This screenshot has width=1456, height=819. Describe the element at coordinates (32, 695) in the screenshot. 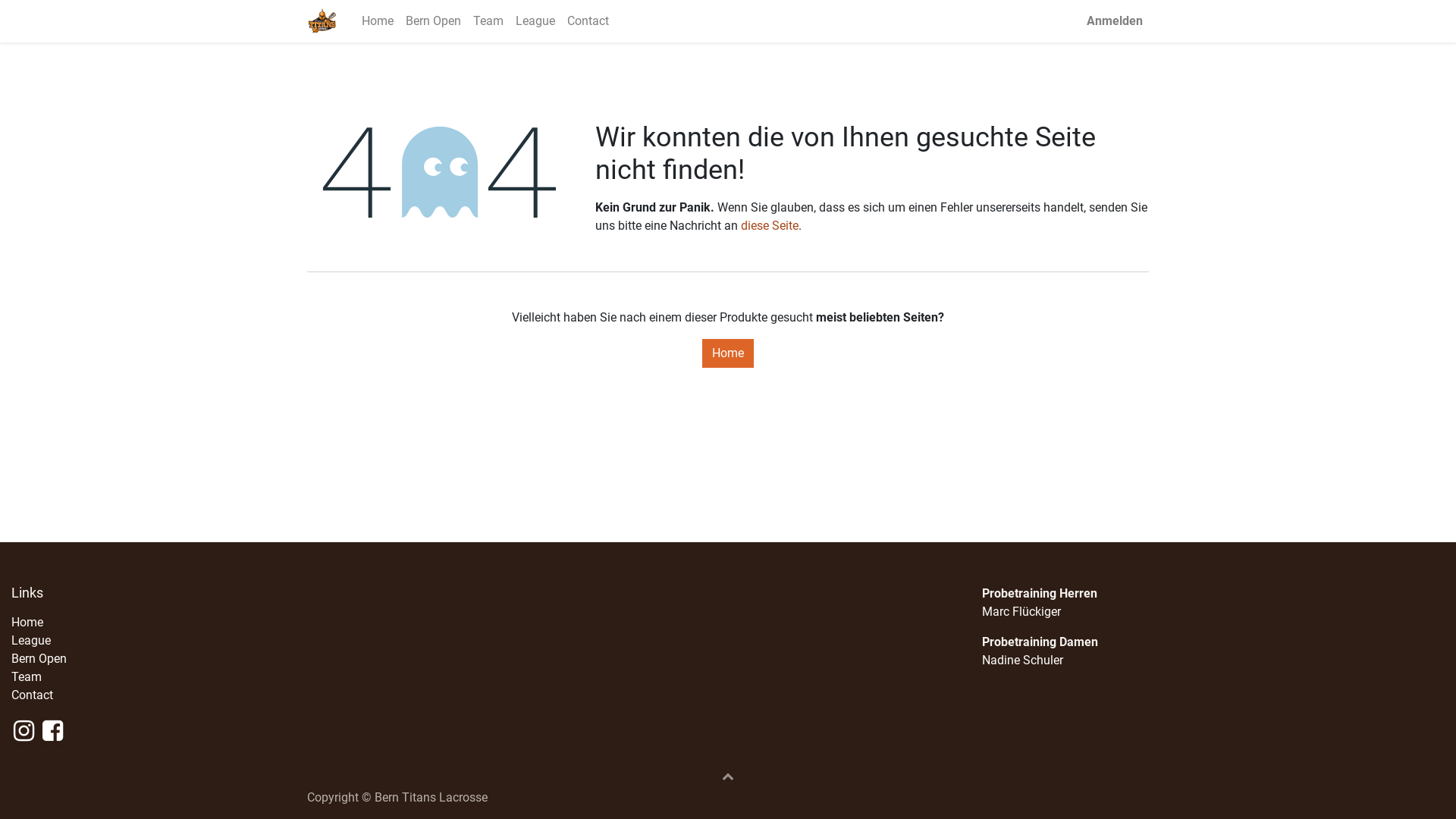

I see `'Contact'` at that location.